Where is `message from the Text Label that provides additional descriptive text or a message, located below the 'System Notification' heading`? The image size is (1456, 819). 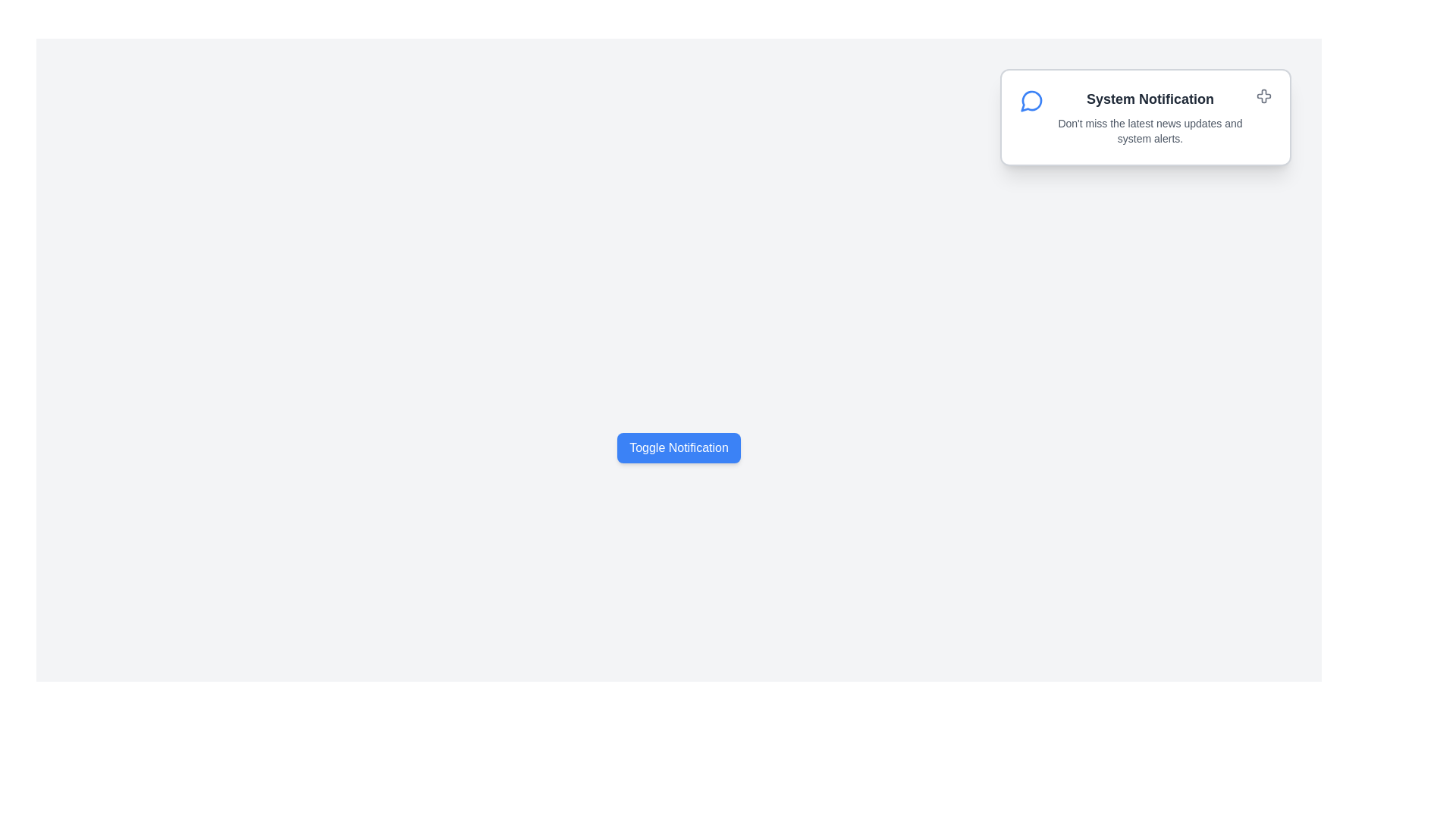
message from the Text Label that provides additional descriptive text or a message, located below the 'System Notification' heading is located at coordinates (1150, 130).